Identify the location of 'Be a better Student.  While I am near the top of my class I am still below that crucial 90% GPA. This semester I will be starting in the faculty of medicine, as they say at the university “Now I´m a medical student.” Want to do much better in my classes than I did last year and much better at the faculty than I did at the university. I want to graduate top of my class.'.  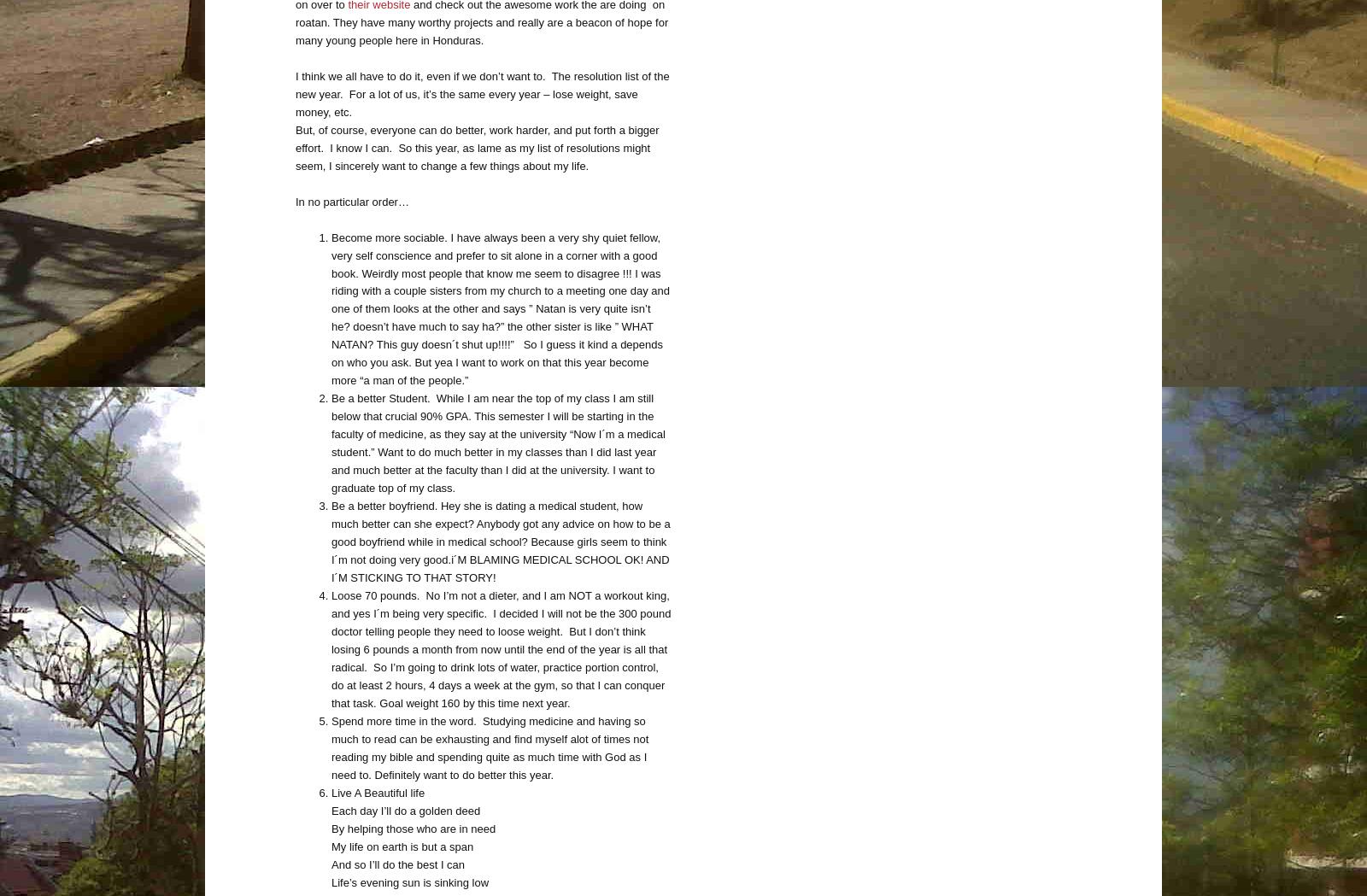
(496, 442).